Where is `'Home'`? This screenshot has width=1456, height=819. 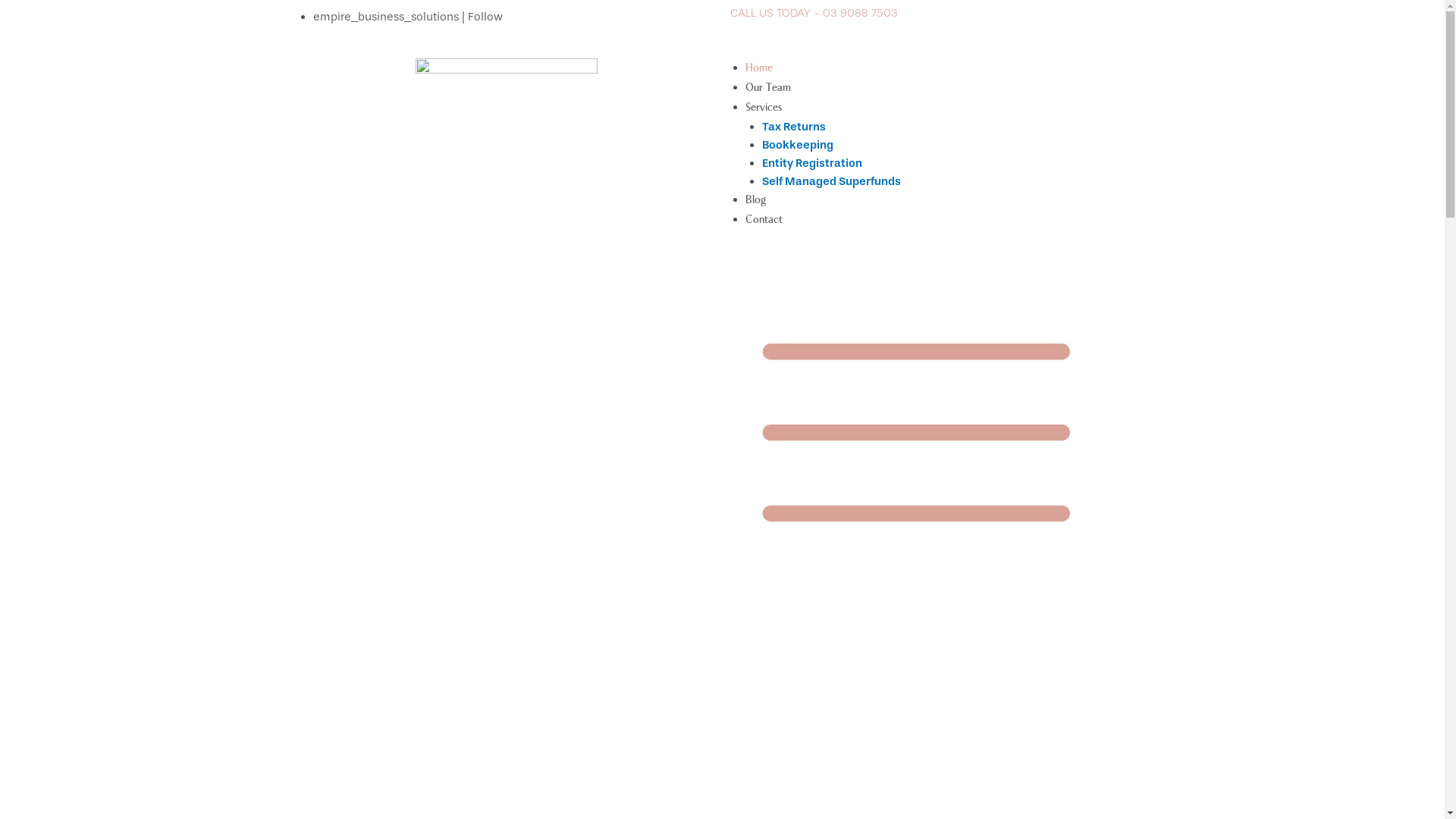 'Home' is located at coordinates (758, 67).